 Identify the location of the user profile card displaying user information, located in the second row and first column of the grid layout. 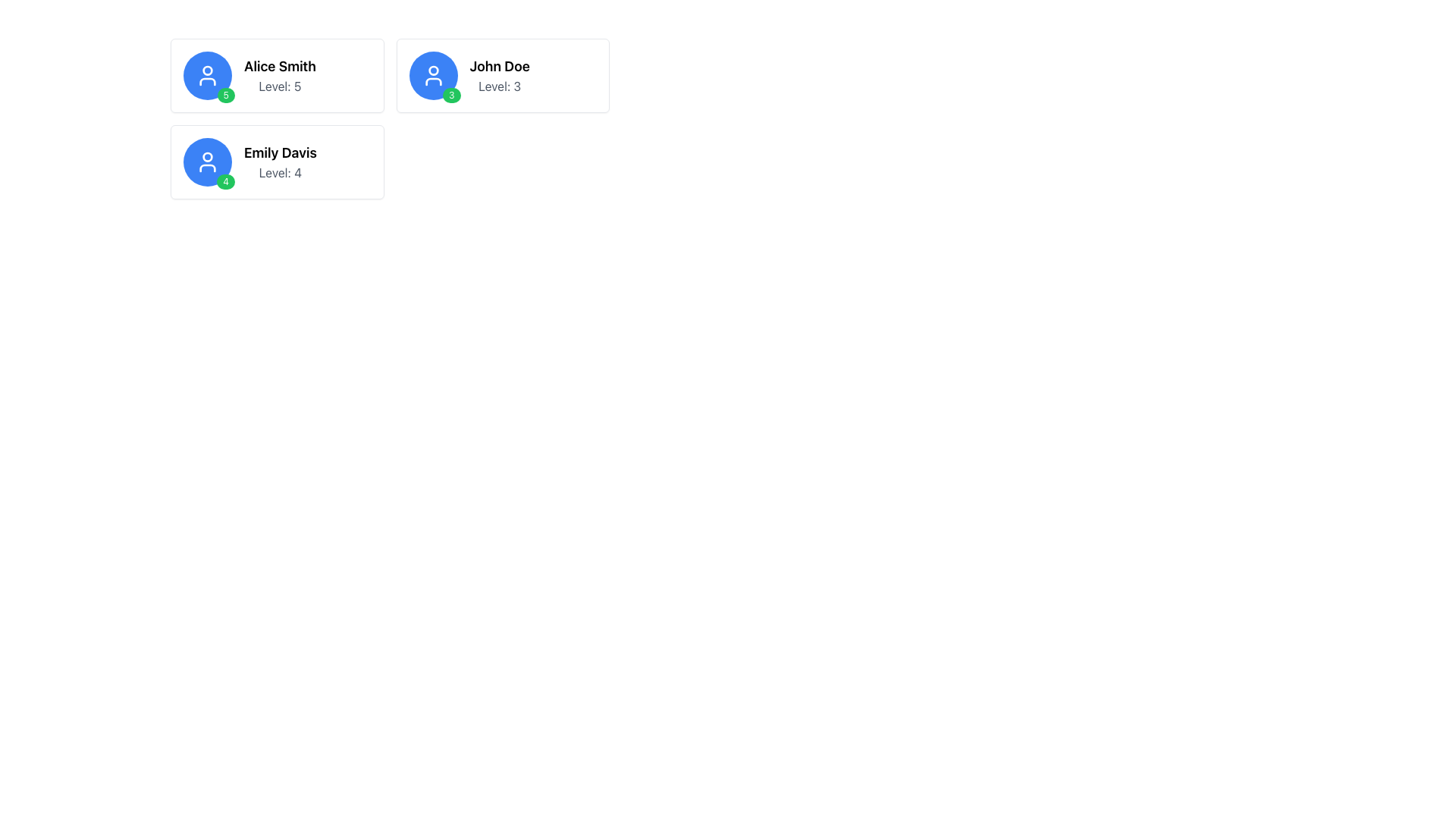
(277, 162).